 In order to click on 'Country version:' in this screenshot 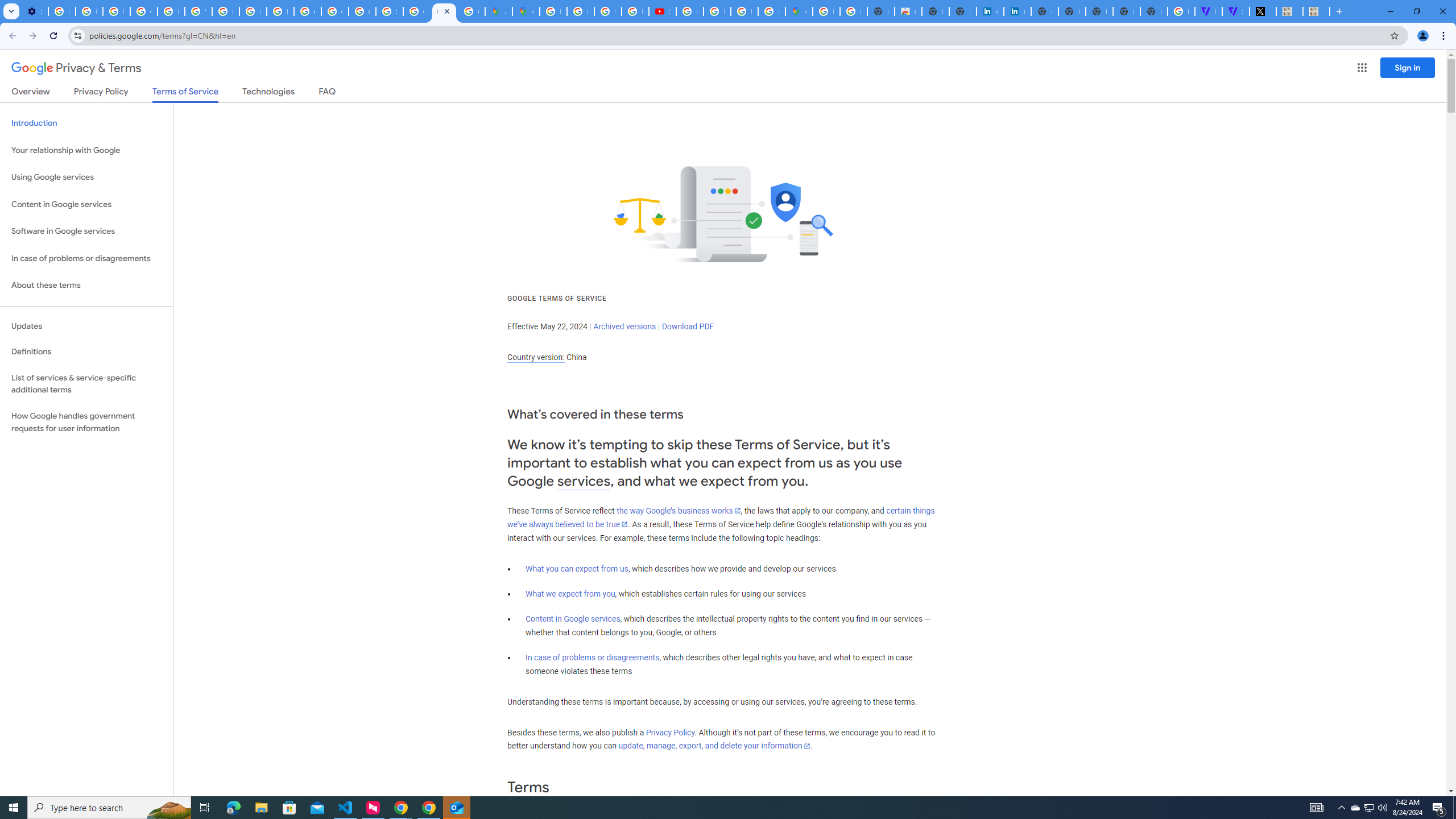, I will do `click(535, 357)`.